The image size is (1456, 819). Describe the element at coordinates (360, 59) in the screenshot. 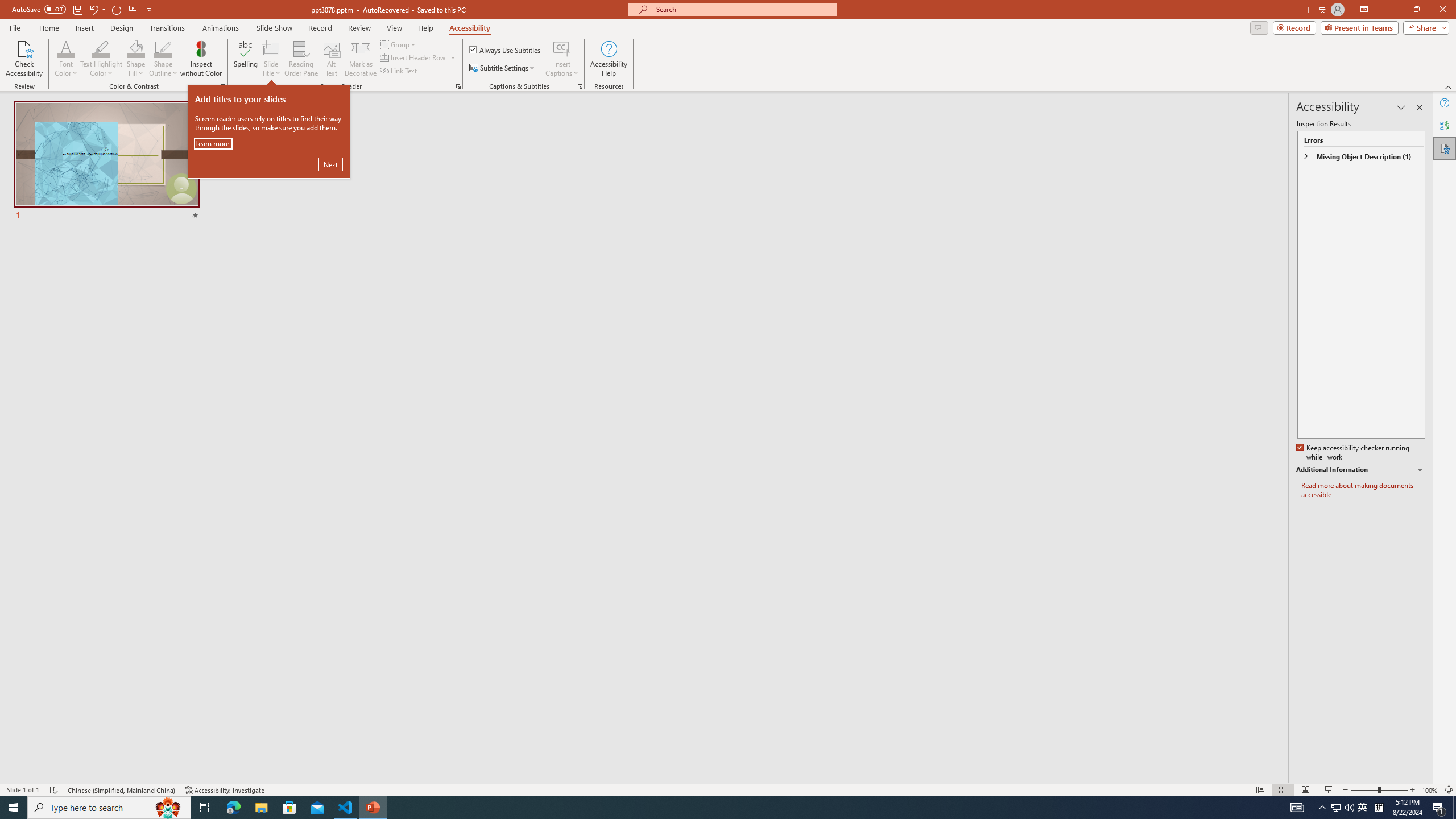

I see `'Mark as Decorative'` at that location.